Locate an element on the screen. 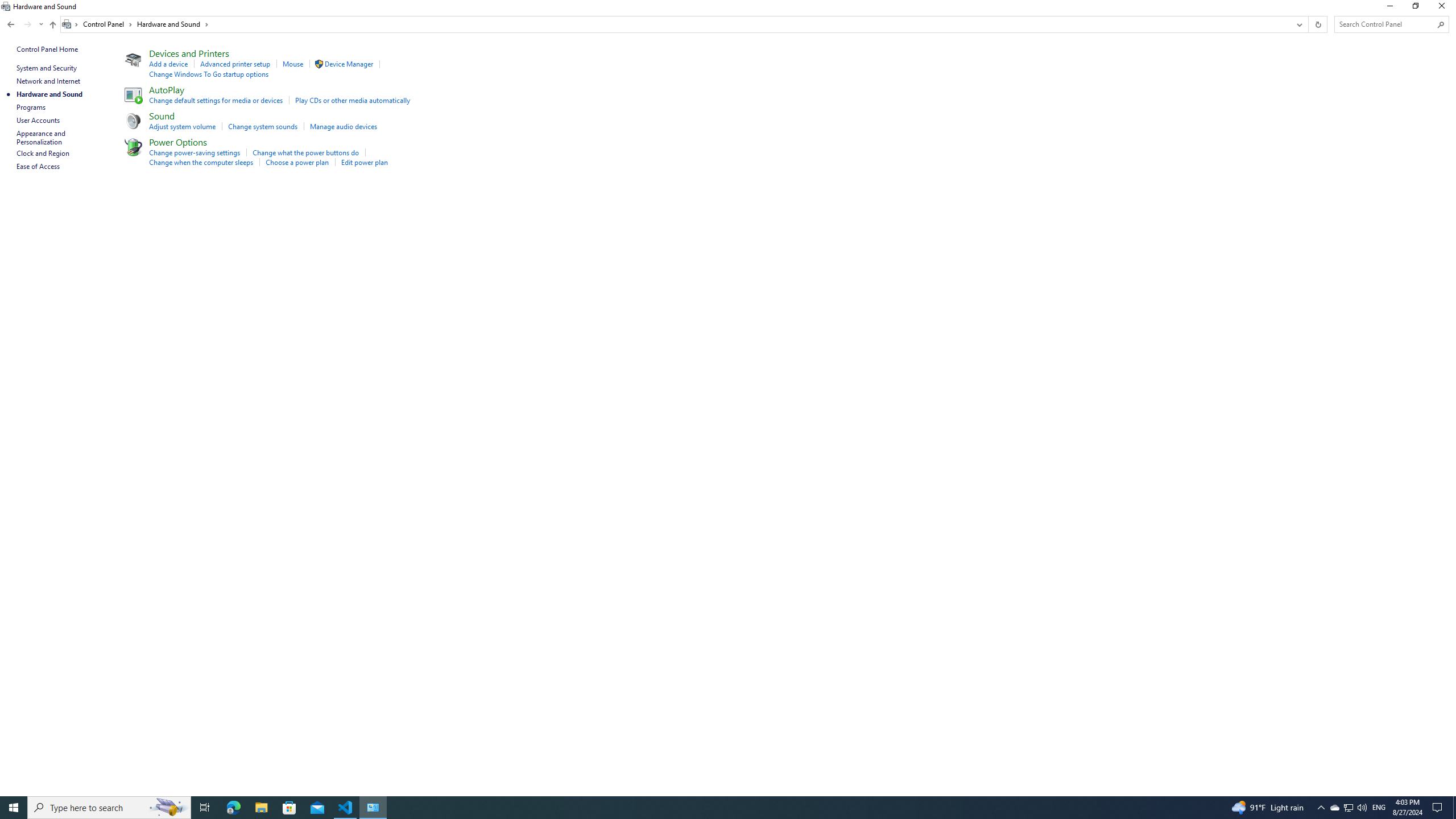 This screenshot has height=819, width=1456. 'Up to "Control Panel" (Alt + Up Arrow)' is located at coordinates (53, 24).